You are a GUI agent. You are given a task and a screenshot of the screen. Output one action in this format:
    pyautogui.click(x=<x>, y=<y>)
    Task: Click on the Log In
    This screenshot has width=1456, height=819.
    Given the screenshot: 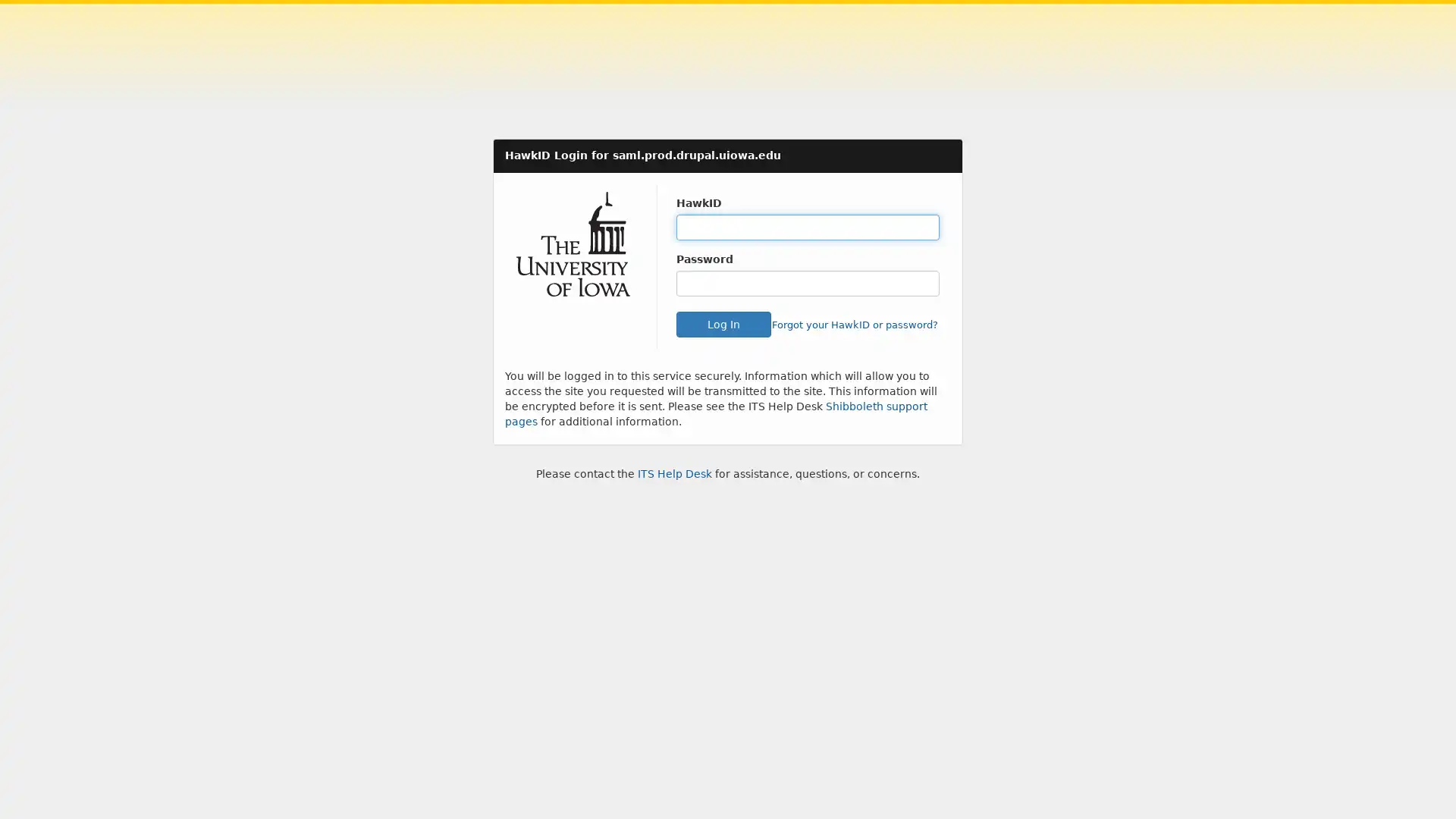 What is the action you would take?
    pyautogui.click(x=723, y=324)
    